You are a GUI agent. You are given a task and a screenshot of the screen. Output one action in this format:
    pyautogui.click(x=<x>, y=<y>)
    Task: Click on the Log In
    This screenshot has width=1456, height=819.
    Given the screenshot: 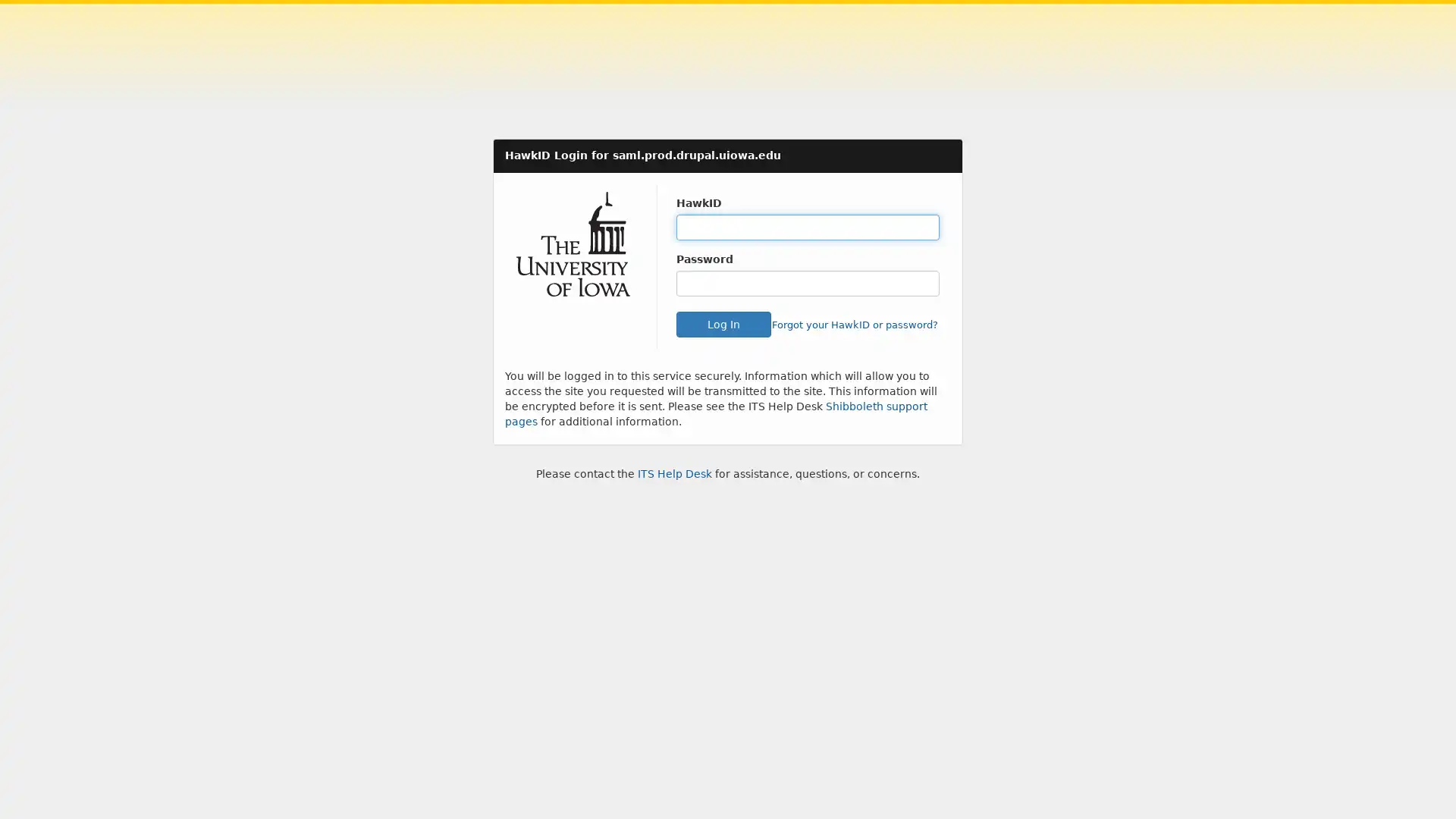 What is the action you would take?
    pyautogui.click(x=723, y=324)
    